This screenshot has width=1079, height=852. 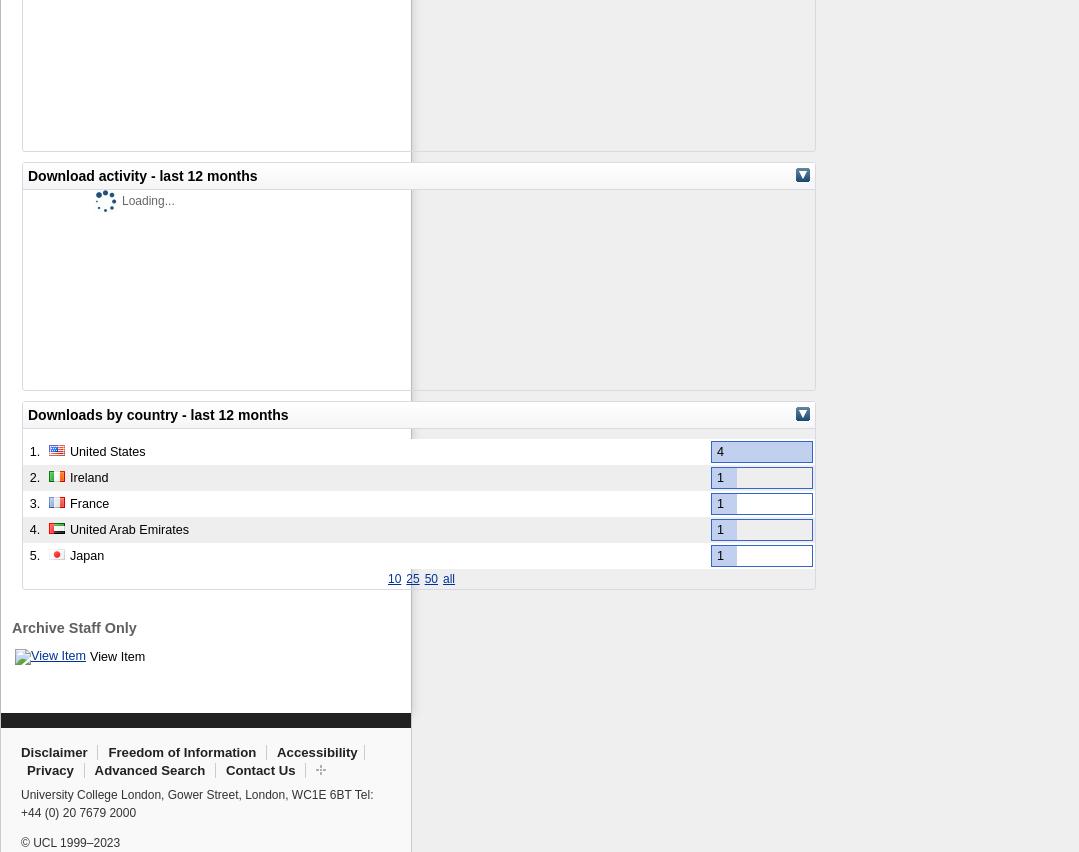 What do you see at coordinates (106, 842) in the screenshot?
I see `'2023'` at bounding box center [106, 842].